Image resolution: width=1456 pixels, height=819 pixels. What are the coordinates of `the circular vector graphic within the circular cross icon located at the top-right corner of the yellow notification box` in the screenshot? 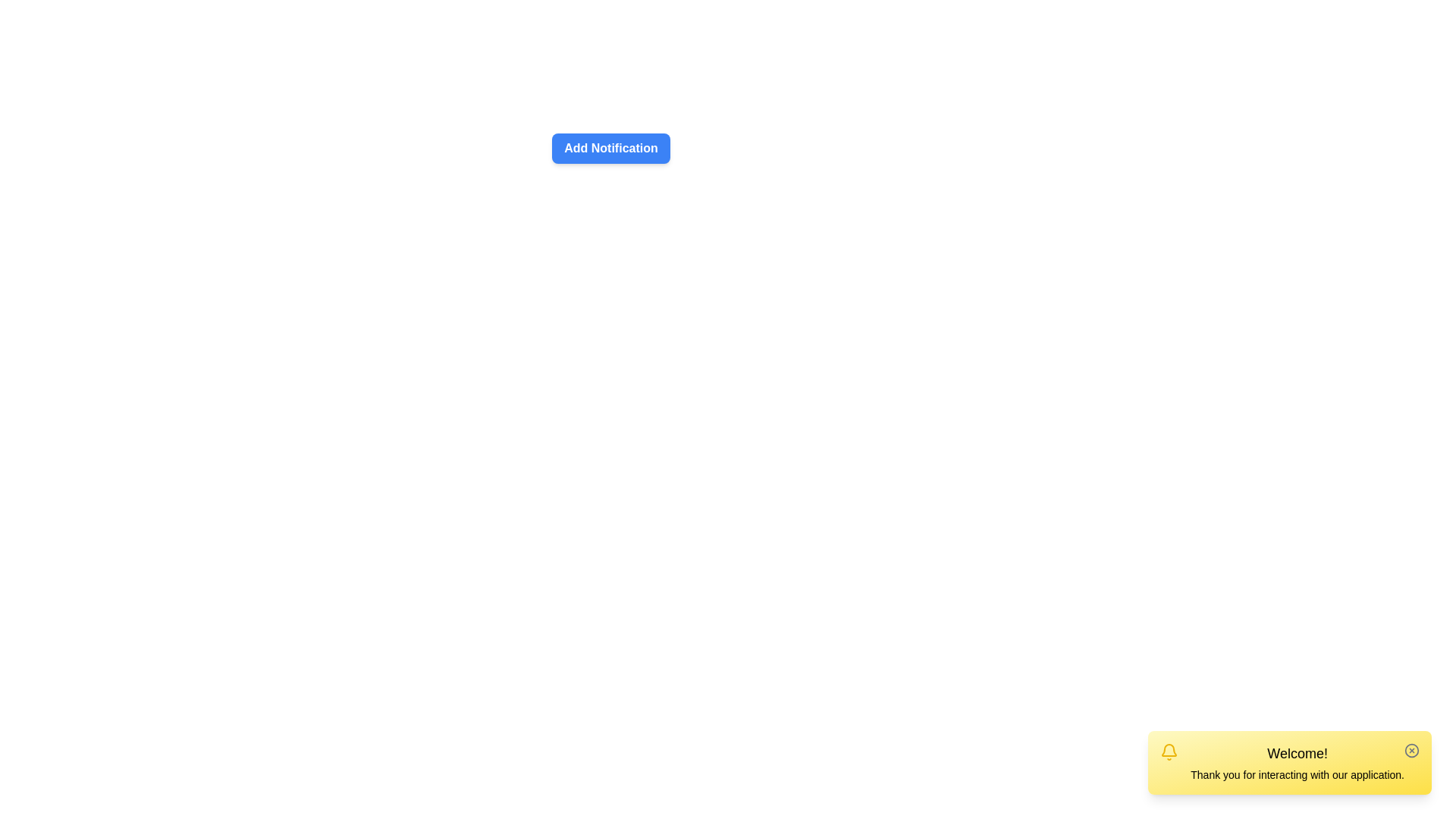 It's located at (1411, 751).